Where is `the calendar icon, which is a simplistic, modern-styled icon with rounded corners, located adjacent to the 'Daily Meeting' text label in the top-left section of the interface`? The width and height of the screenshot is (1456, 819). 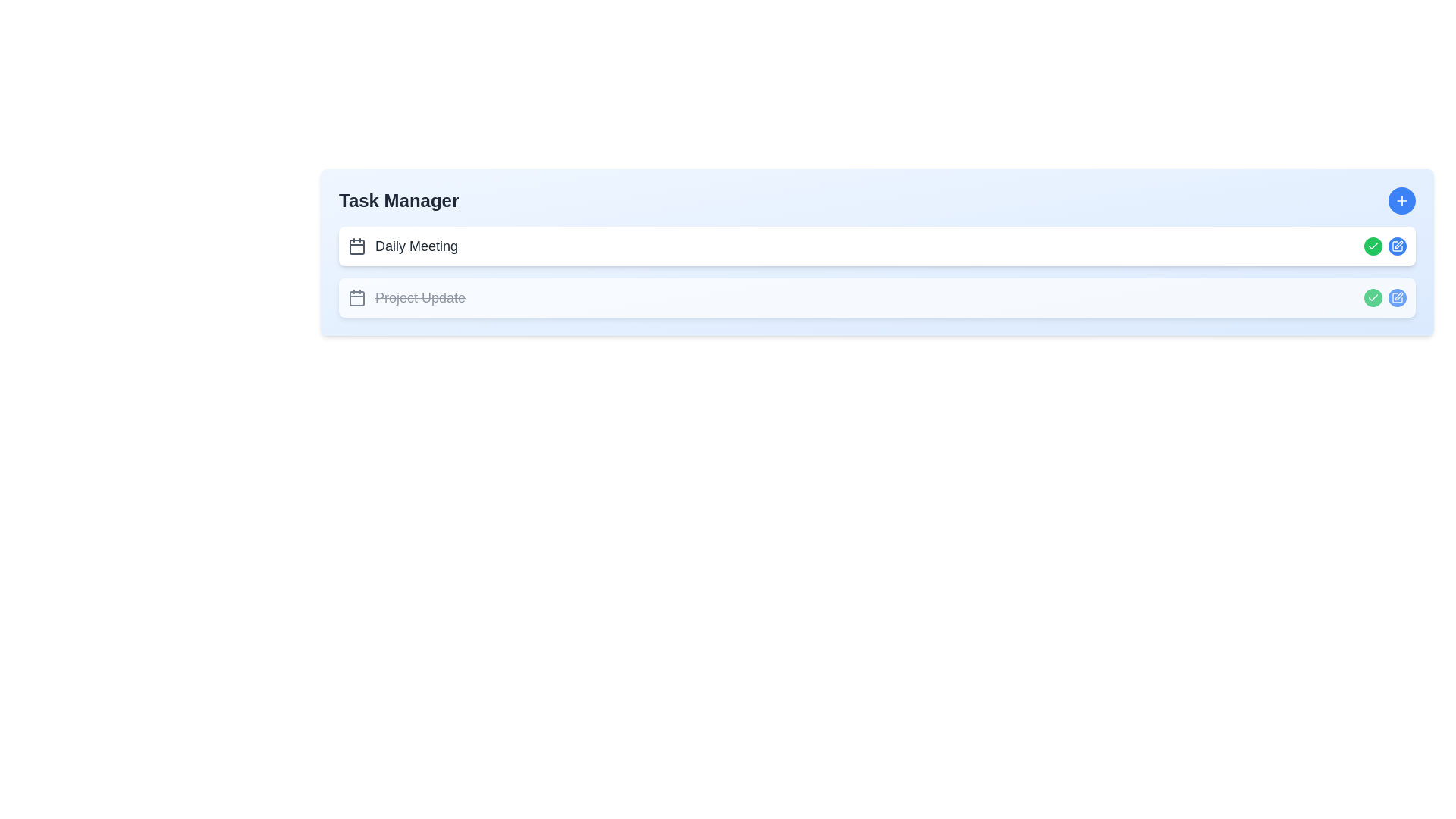 the calendar icon, which is a simplistic, modern-styled icon with rounded corners, located adjacent to the 'Daily Meeting' text label in the top-left section of the interface is located at coordinates (356, 245).